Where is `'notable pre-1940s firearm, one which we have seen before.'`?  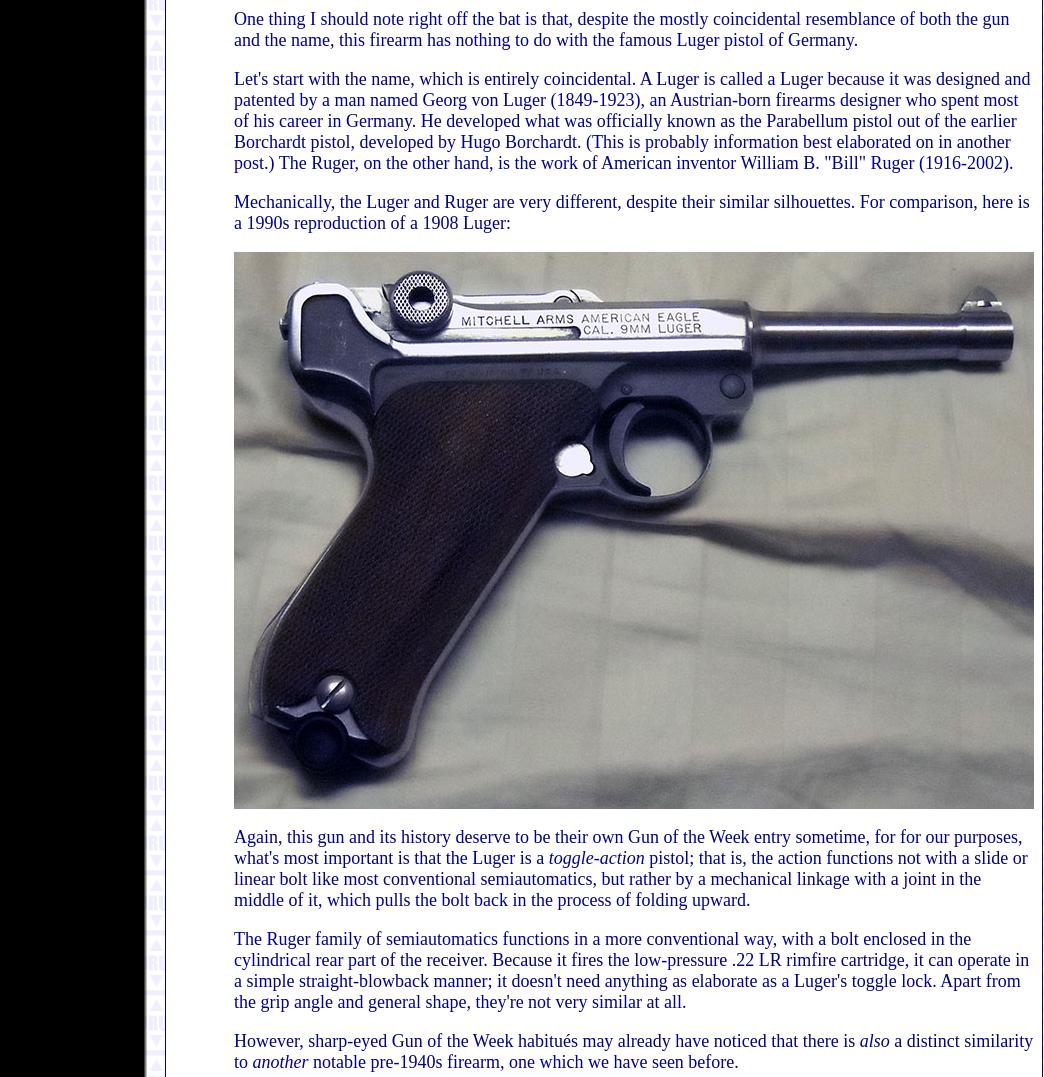
'notable pre-1940s firearm, one which we have seen before.' is located at coordinates (522, 1062).